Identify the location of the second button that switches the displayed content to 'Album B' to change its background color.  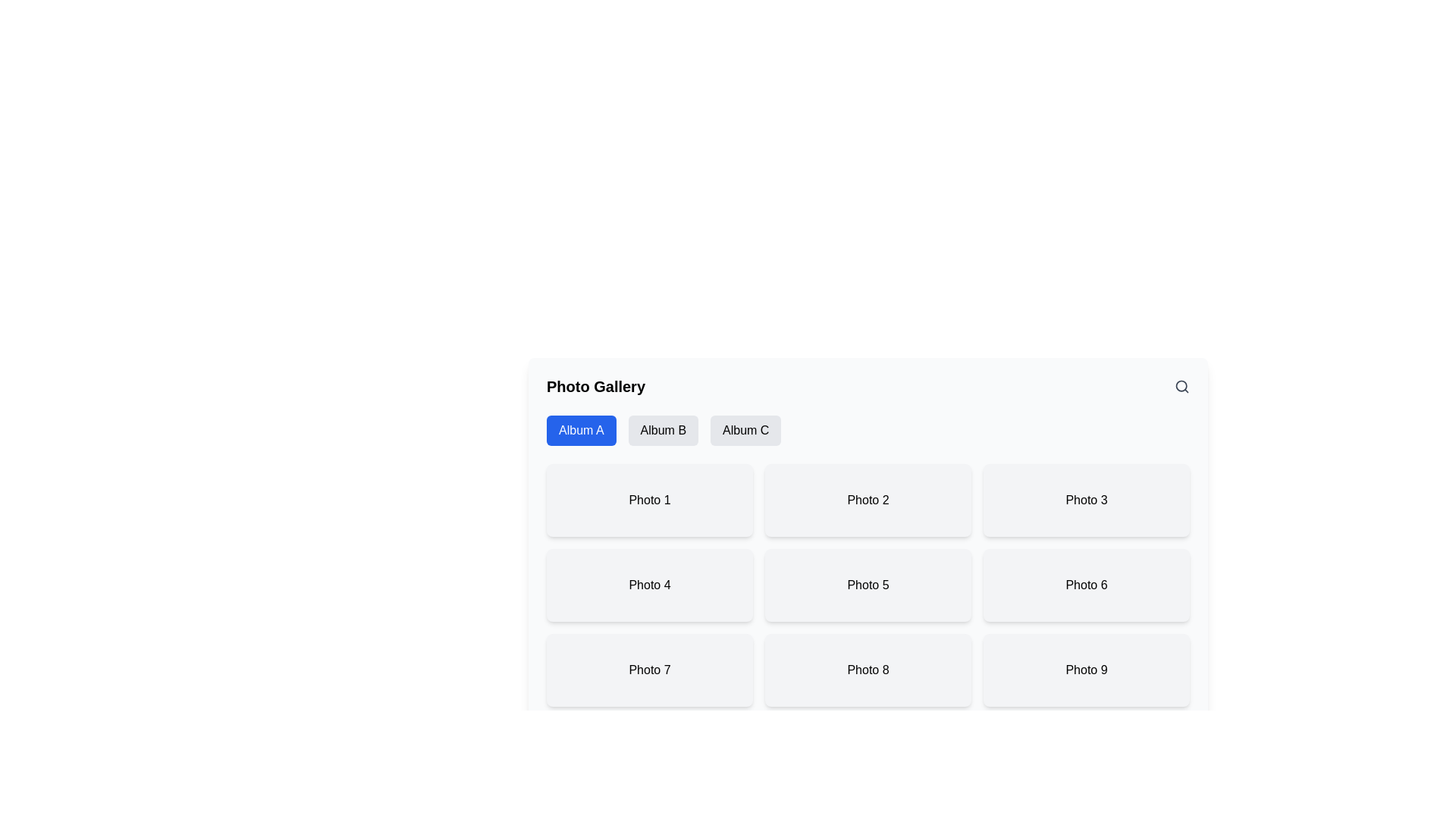
(663, 430).